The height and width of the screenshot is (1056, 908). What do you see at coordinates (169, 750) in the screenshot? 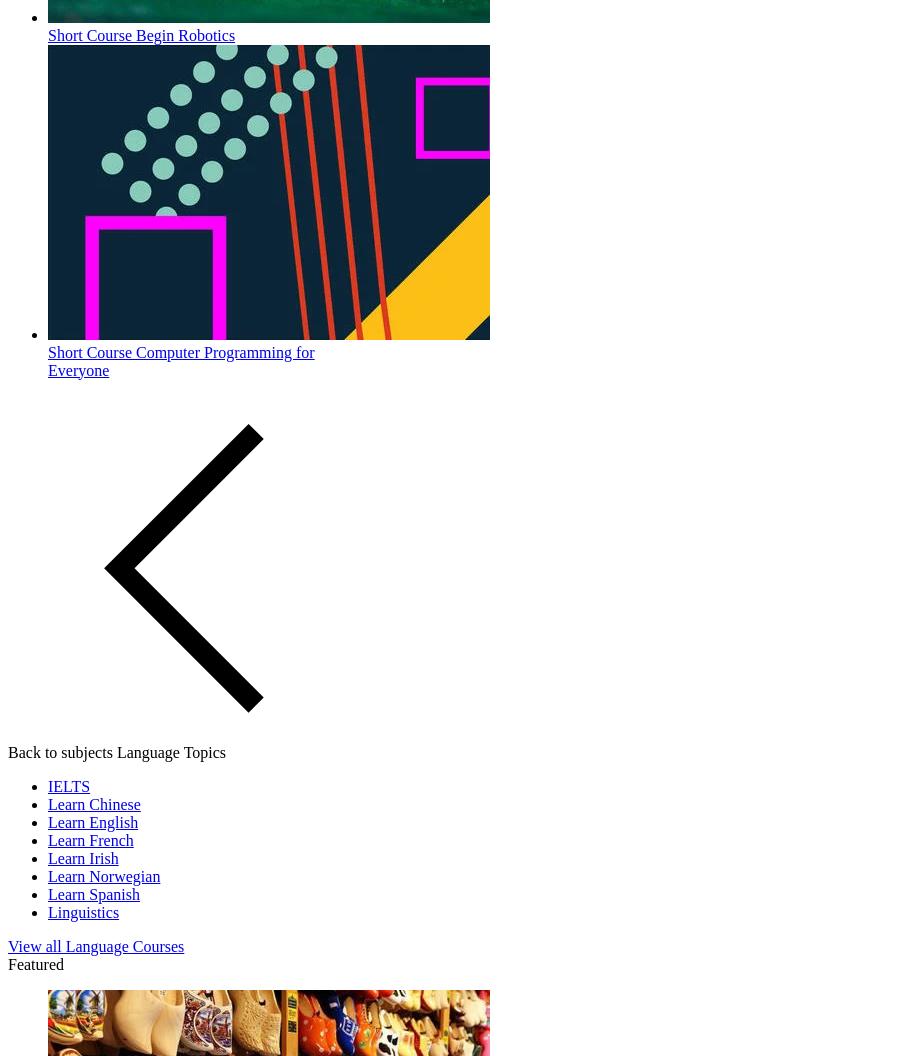
I see `'Language Topics'` at bounding box center [169, 750].